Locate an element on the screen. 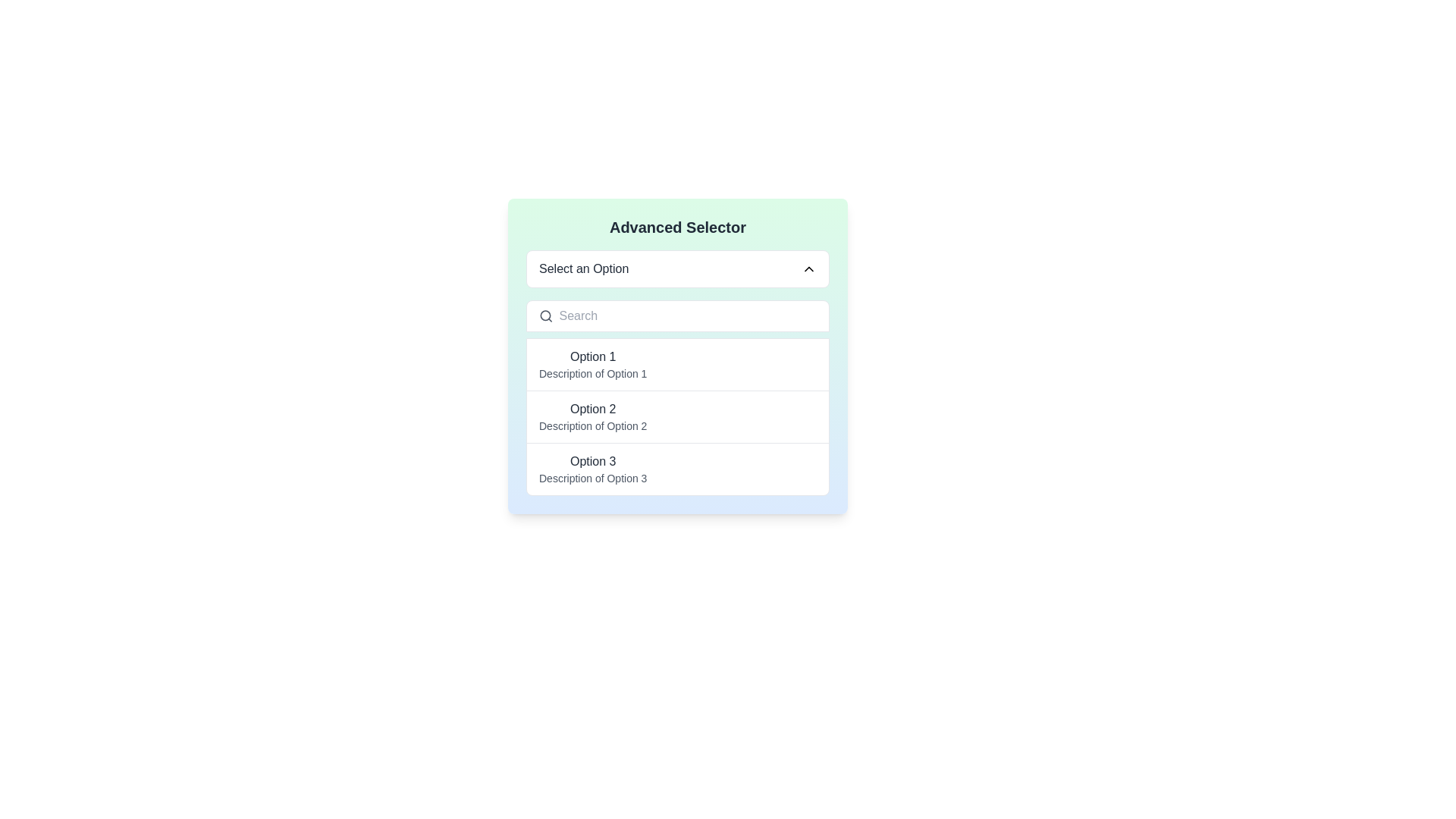 This screenshot has height=819, width=1456. the first option labeled 'Option 1' in the dropdown list is located at coordinates (676, 365).